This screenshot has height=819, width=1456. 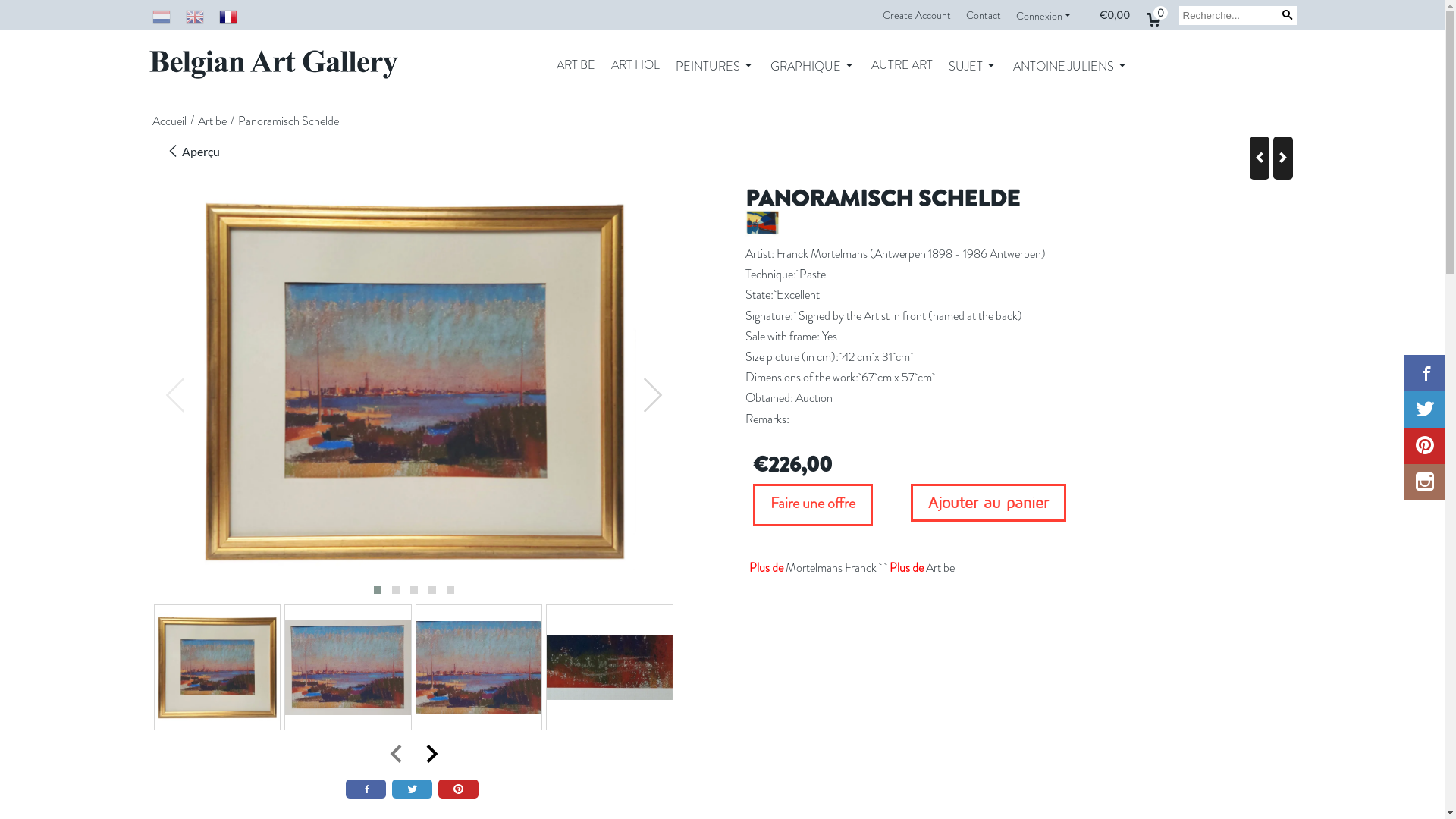 What do you see at coordinates (811, 65) in the screenshot?
I see `'GRAPHIQUE'` at bounding box center [811, 65].